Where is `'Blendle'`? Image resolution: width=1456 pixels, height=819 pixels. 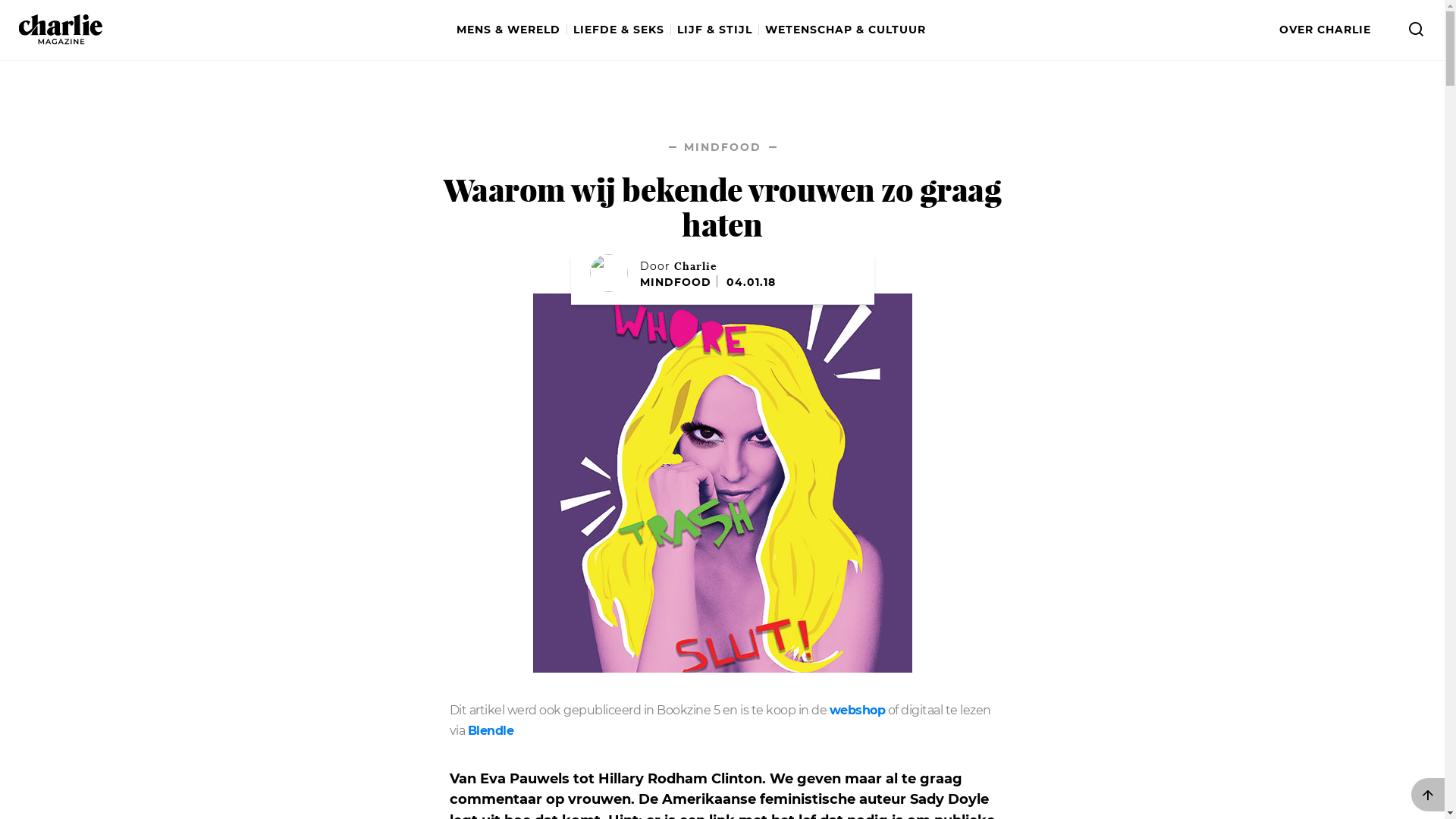 'Blendle' is located at coordinates (466, 730).